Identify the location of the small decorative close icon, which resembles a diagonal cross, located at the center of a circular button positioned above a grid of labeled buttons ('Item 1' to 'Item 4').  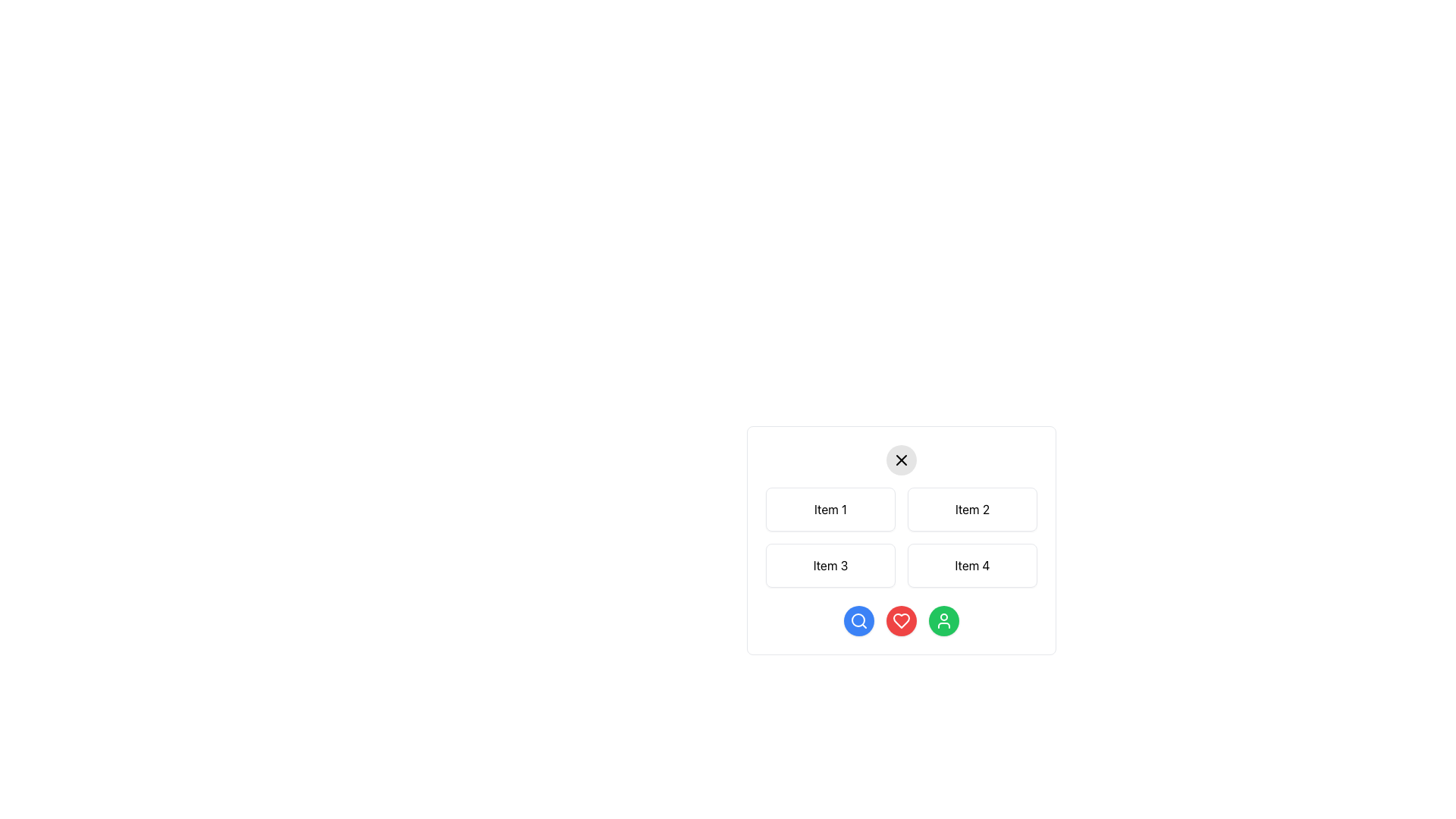
(902, 459).